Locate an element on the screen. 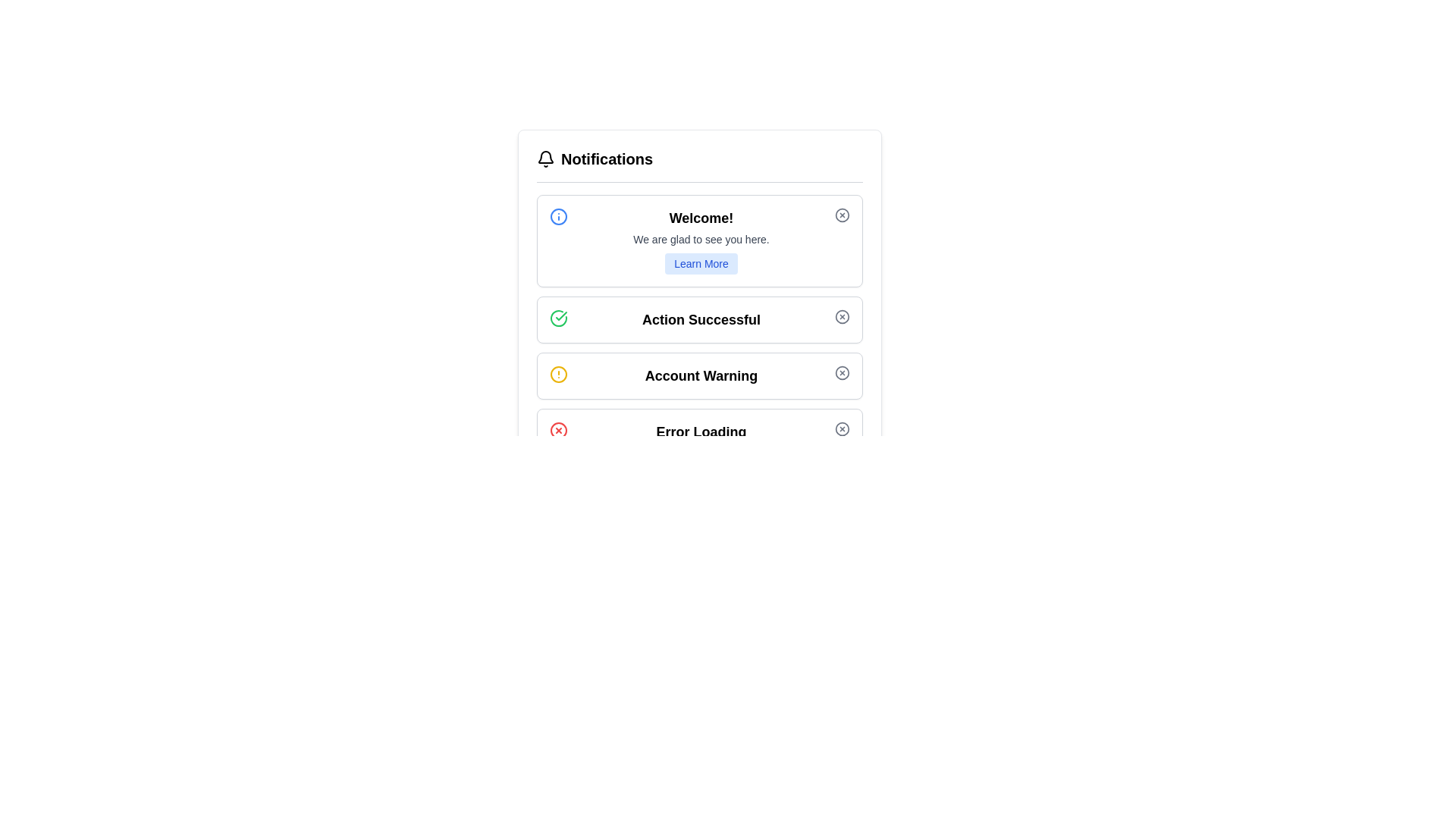 Image resolution: width=1456 pixels, height=819 pixels. the 'Learn More' button located in the top notification card beneath the heading 'Welcome!' is located at coordinates (701, 262).